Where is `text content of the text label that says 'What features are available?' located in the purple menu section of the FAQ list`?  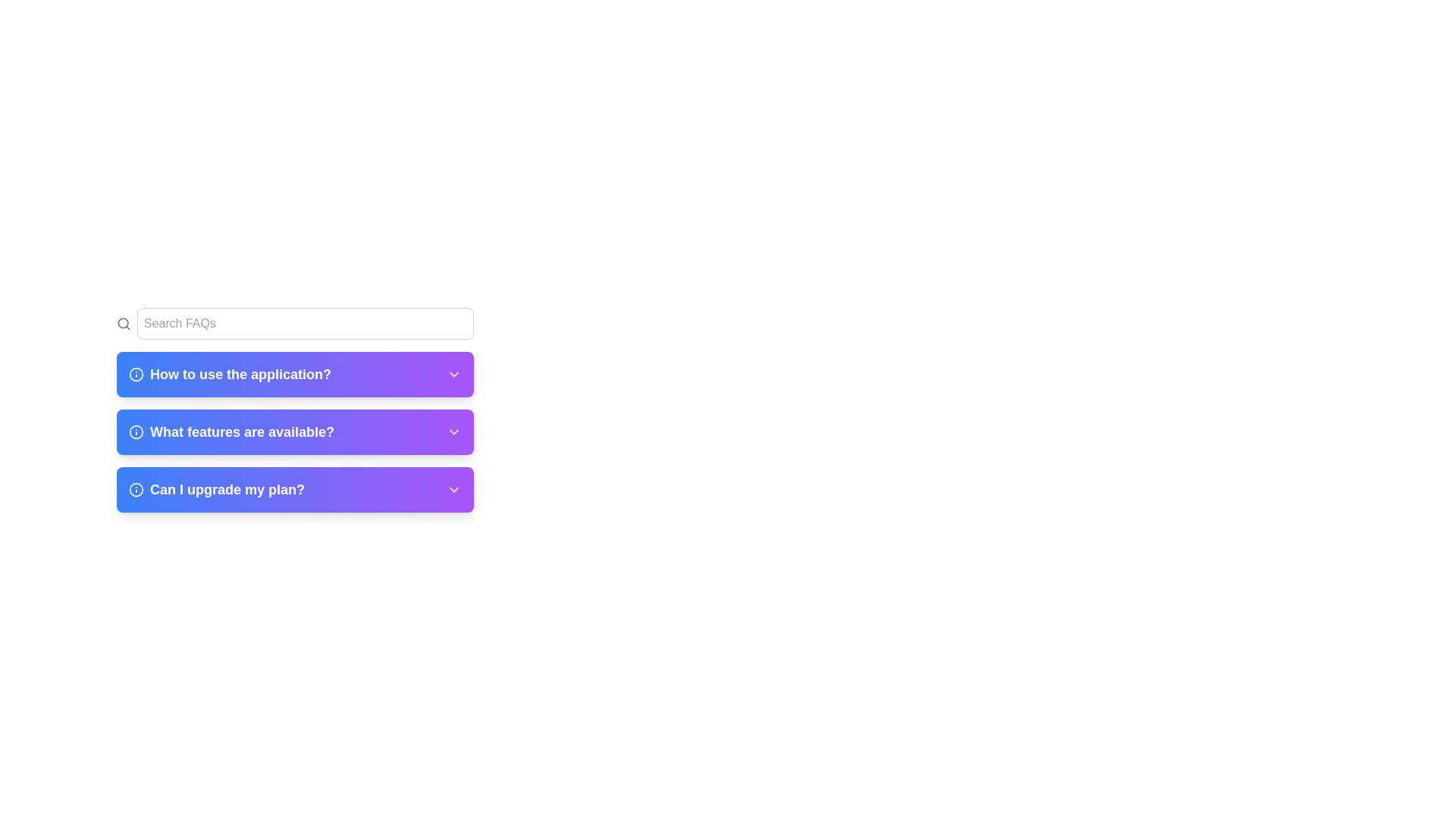 text content of the text label that says 'What features are available?' located in the purple menu section of the FAQ list is located at coordinates (241, 432).